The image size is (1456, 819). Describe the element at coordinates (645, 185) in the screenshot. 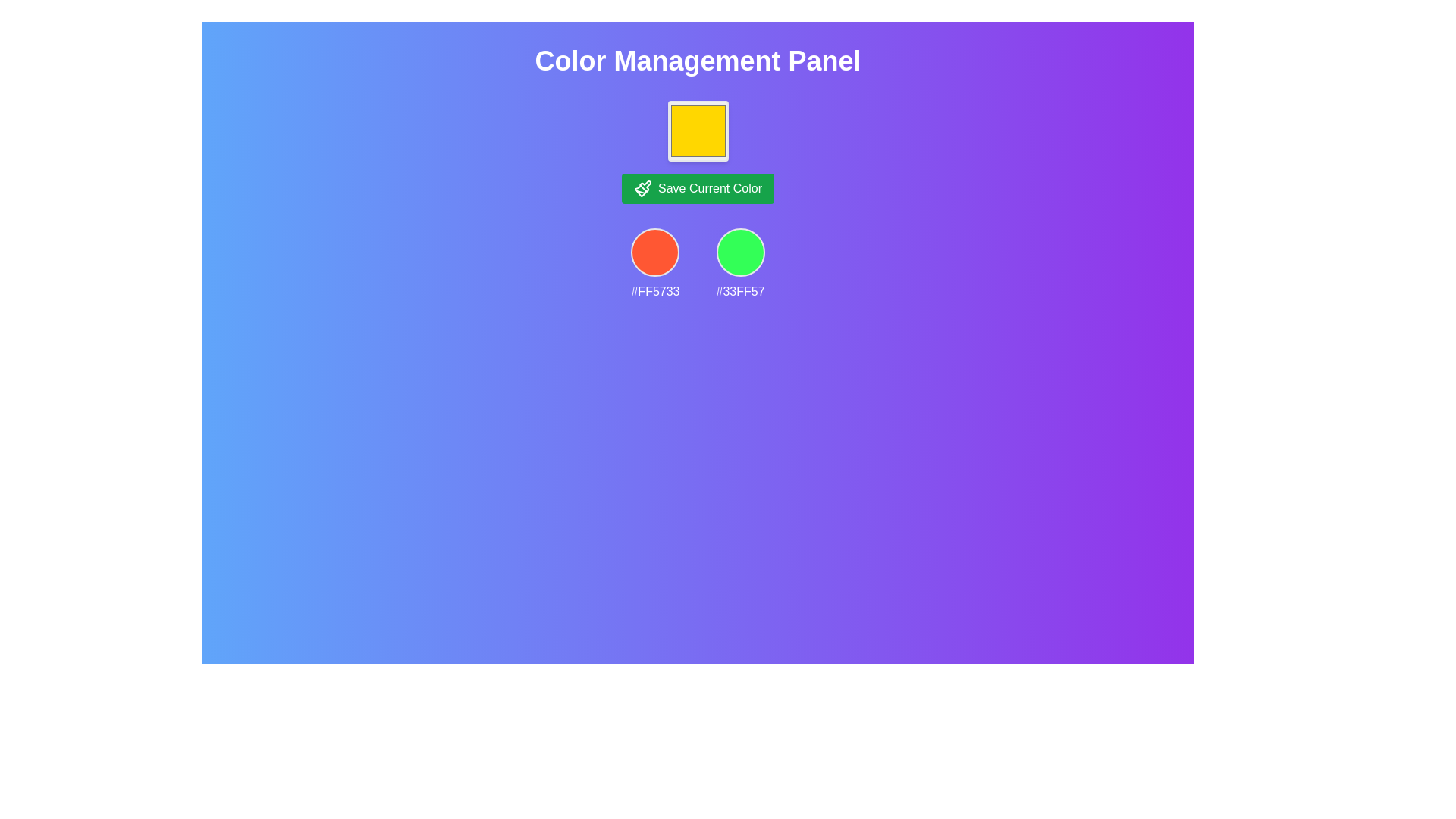

I see `the SVG graphic icon of a paintbrush located within the green button labeled 'Save Current Color'` at that location.